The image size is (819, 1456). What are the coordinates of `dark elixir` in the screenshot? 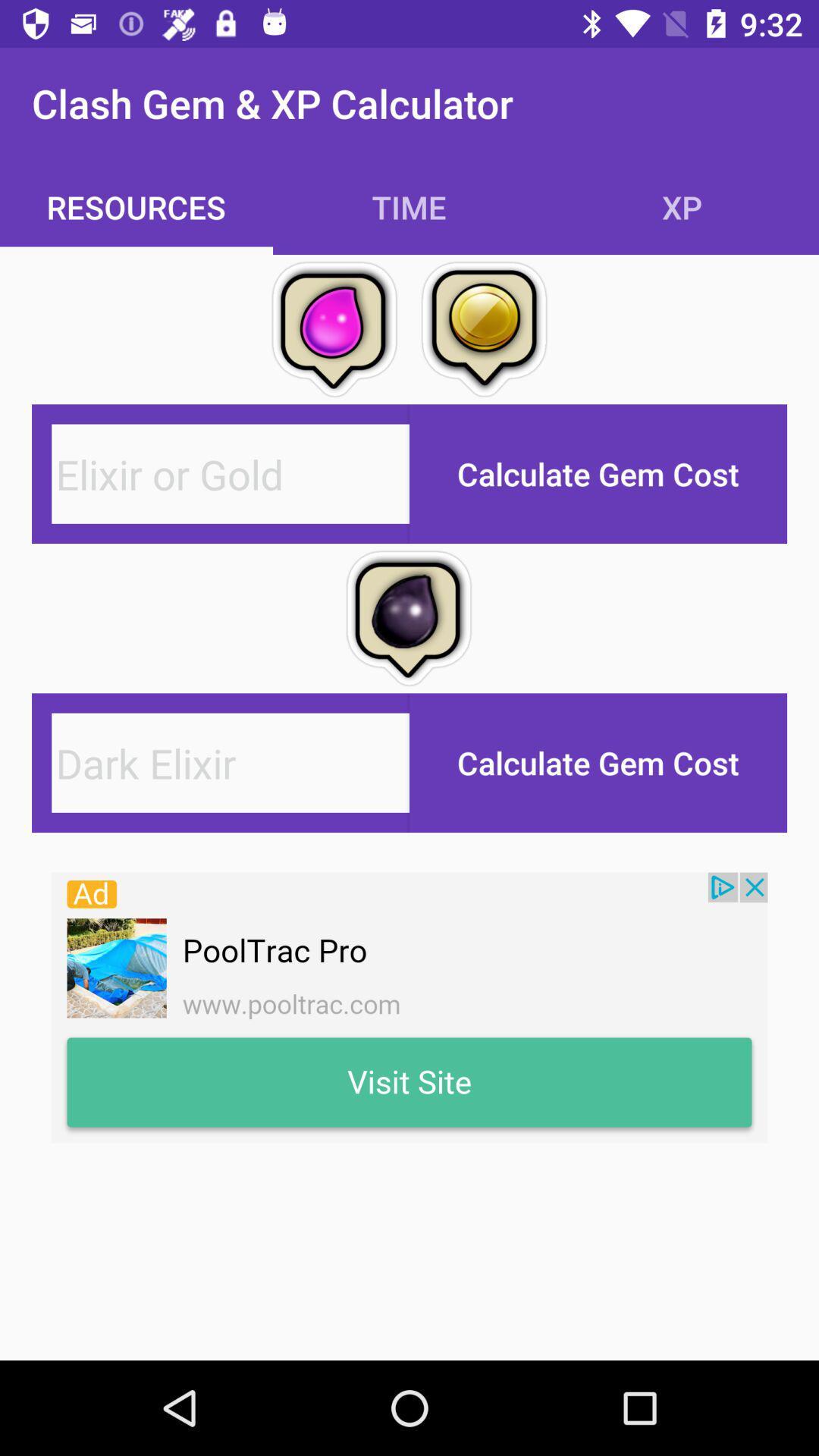 It's located at (231, 763).